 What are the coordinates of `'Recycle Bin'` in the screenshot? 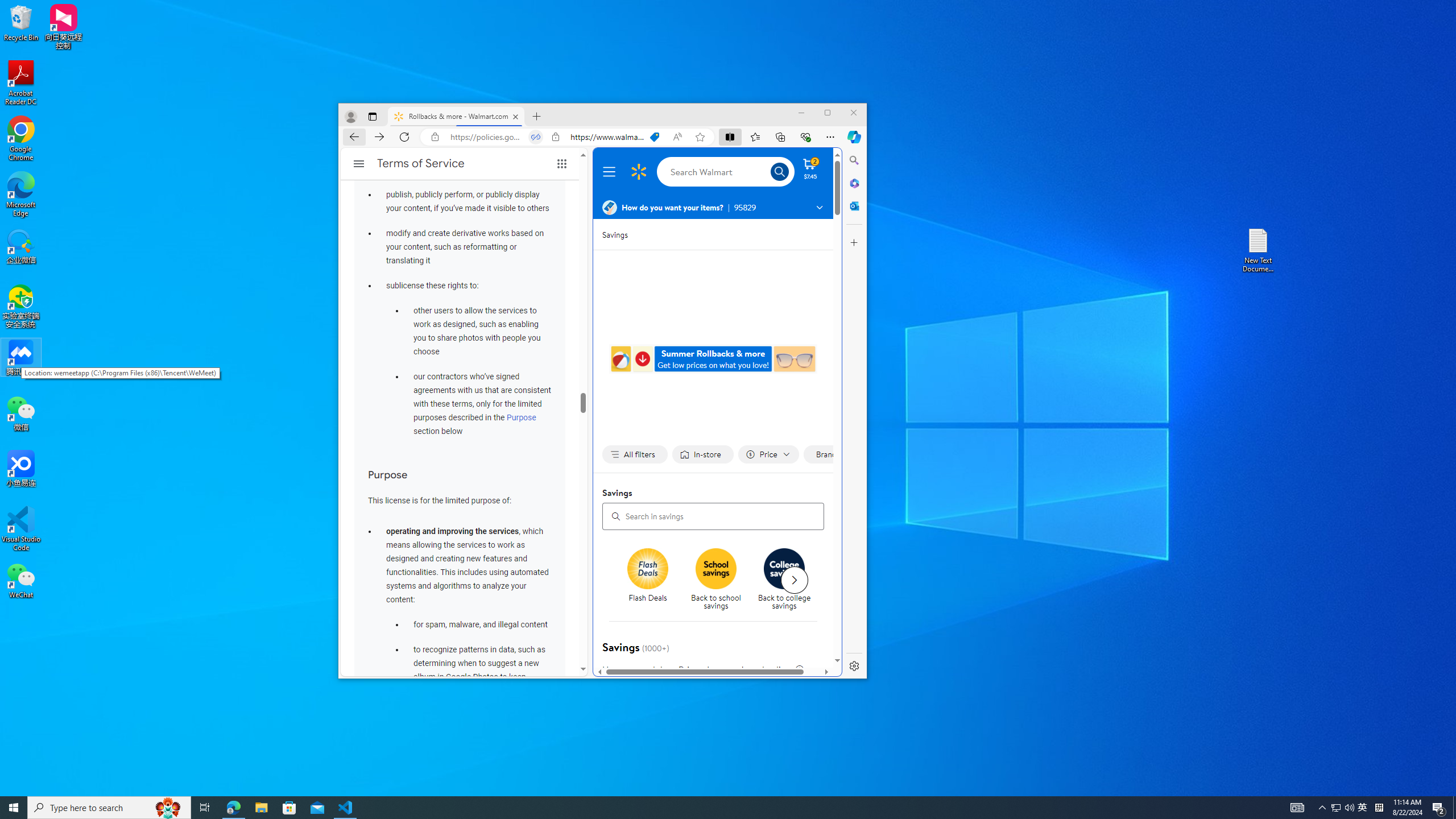 It's located at (20, 22).